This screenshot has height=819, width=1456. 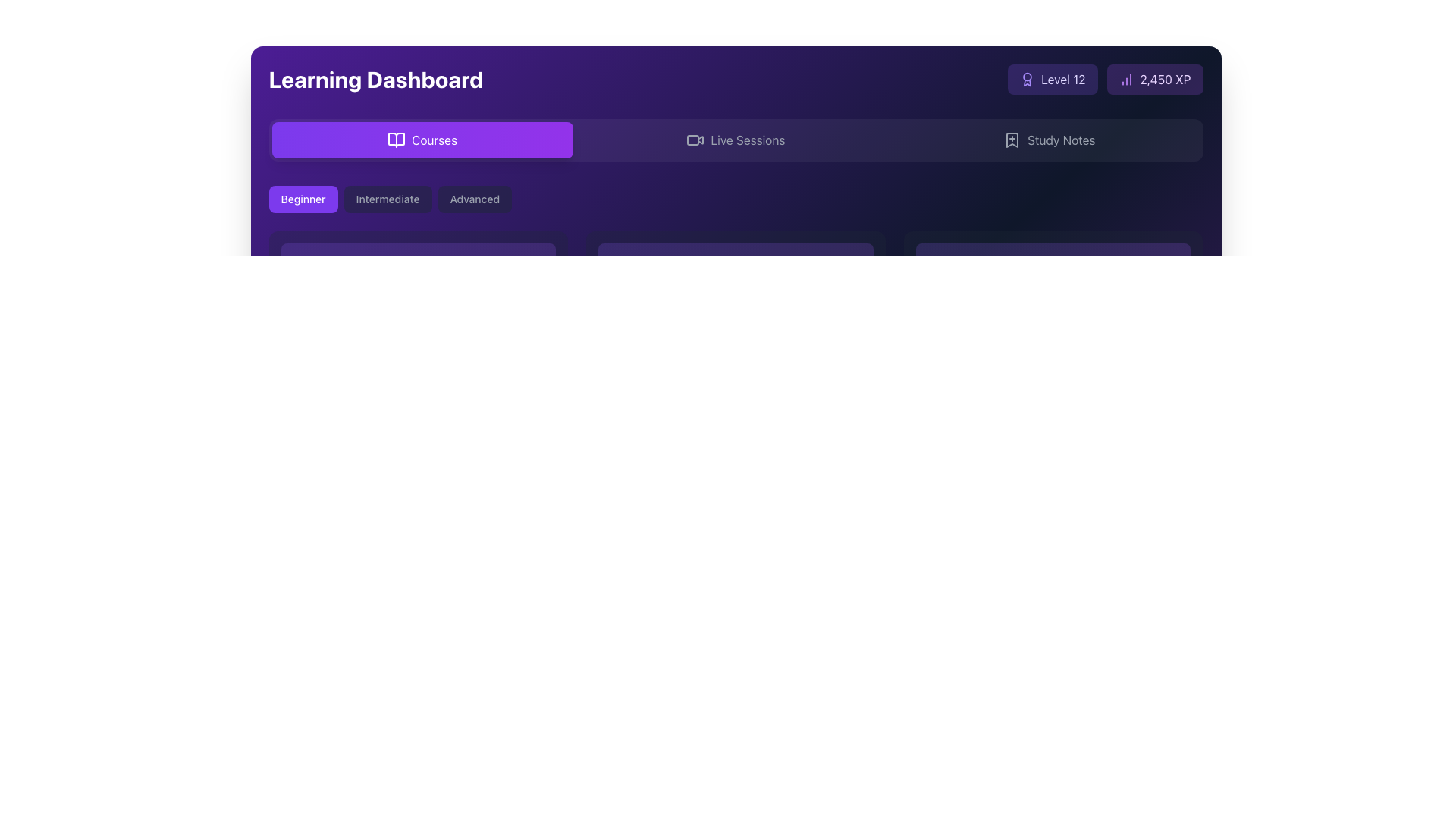 I want to click on the heading element that indicates the 'Learning Dashboard' page, located at the top-left region of the interface, so click(x=375, y=79).